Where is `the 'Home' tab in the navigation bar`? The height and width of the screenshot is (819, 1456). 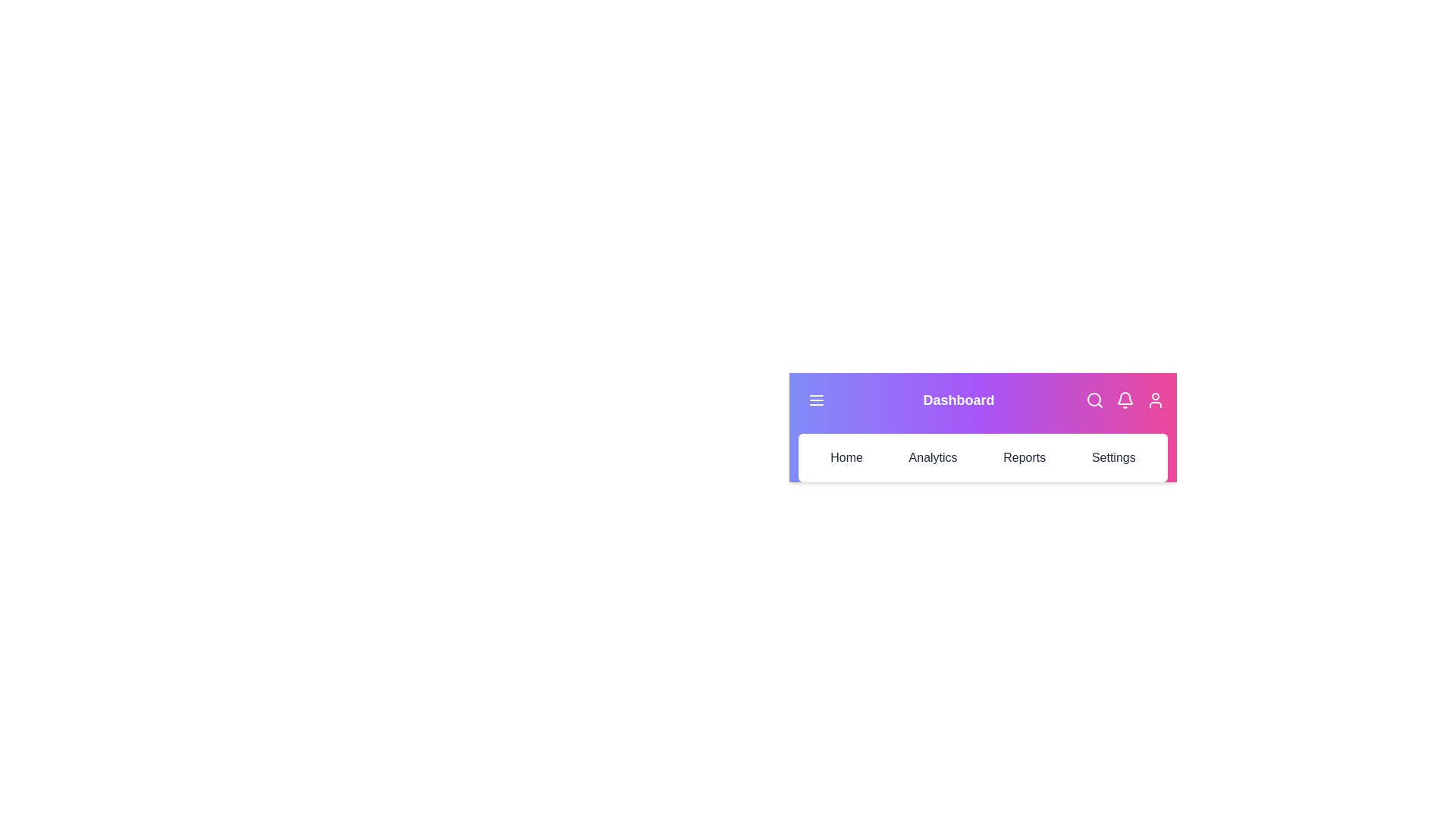 the 'Home' tab in the navigation bar is located at coordinates (846, 457).